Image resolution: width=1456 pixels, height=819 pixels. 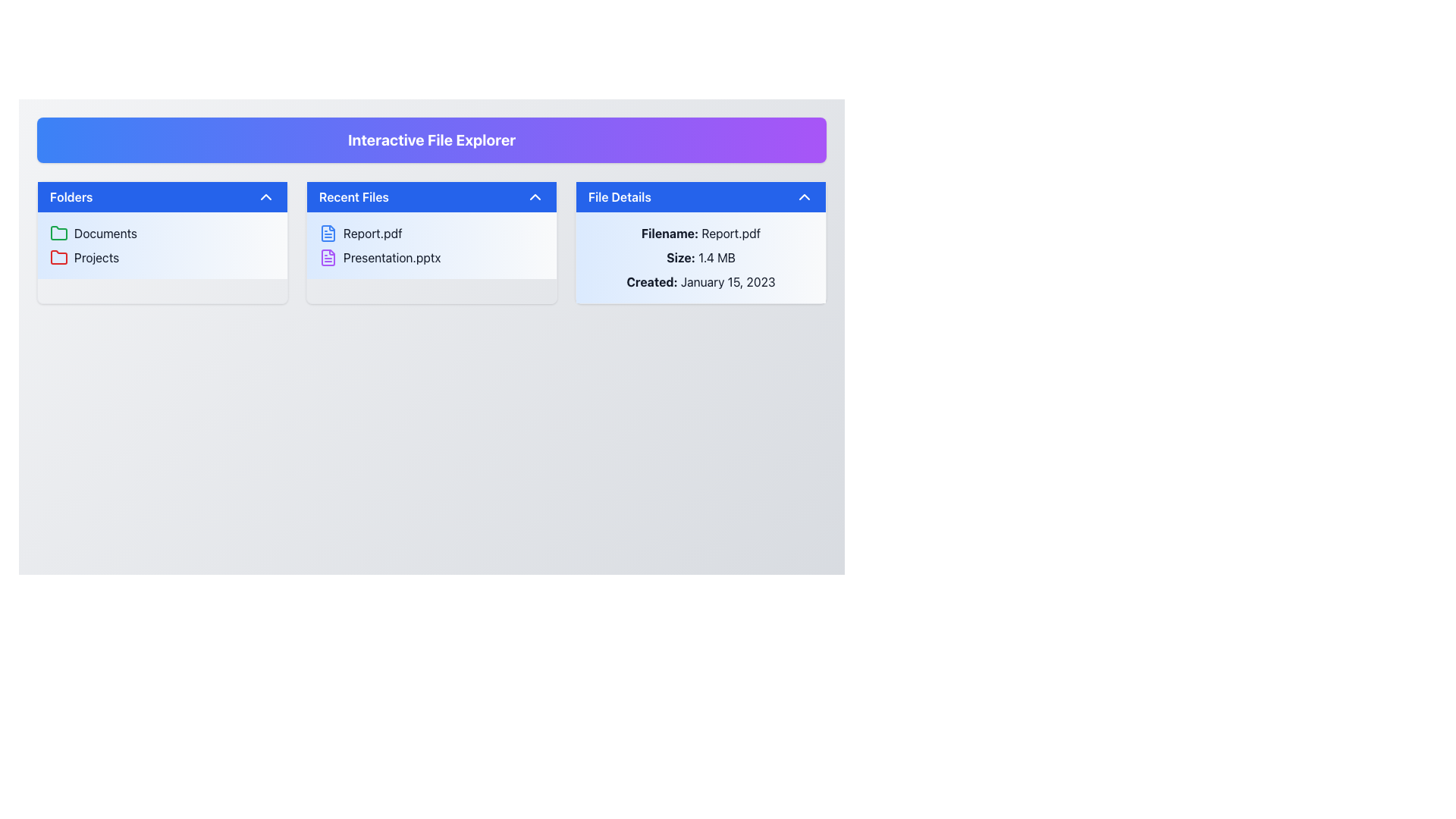 What do you see at coordinates (265, 196) in the screenshot?
I see `the upward-facing chevron arrow icon located in the top-right corner of the 'Folders' card header` at bounding box center [265, 196].